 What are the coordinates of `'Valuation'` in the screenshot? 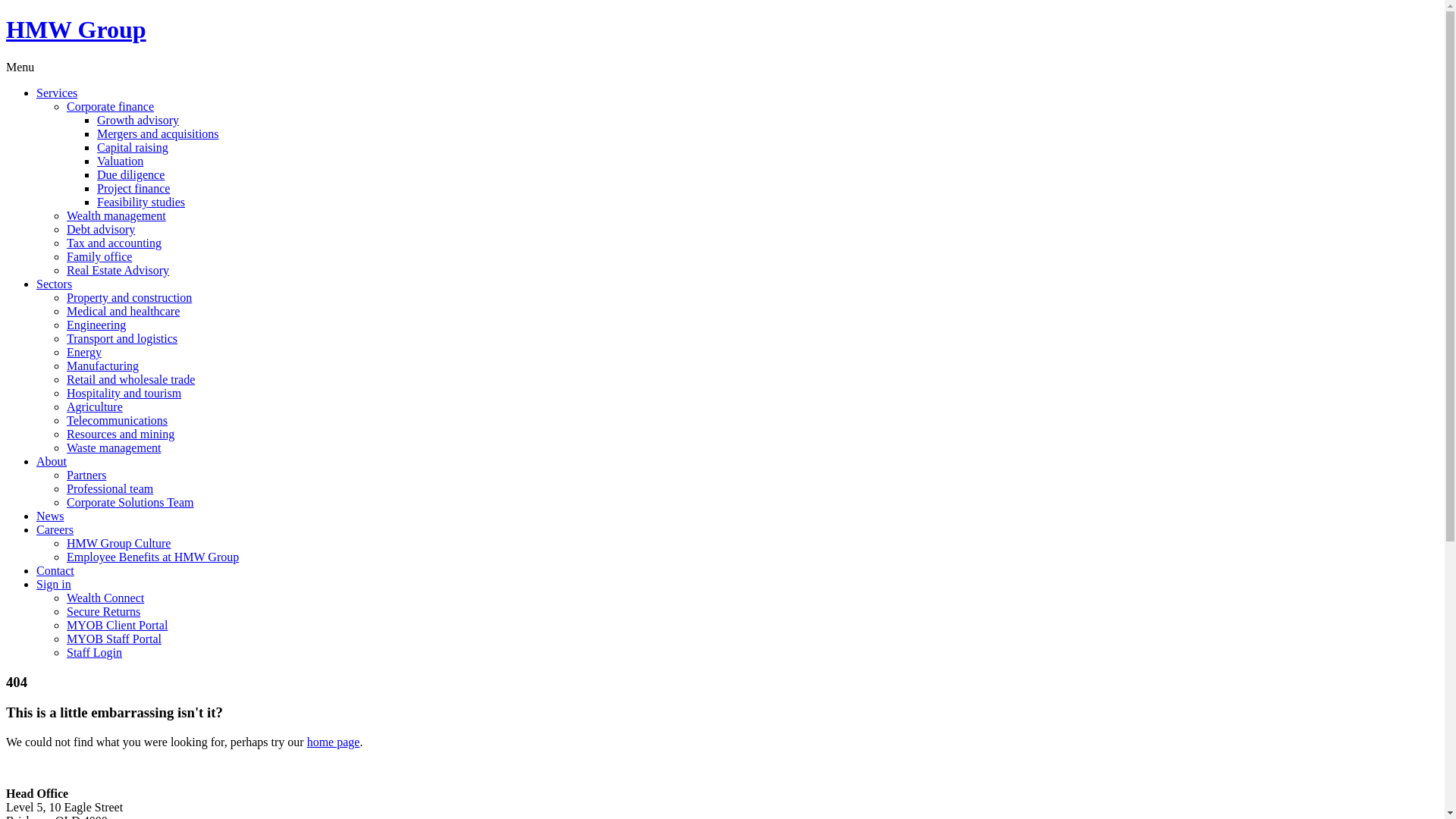 It's located at (119, 161).